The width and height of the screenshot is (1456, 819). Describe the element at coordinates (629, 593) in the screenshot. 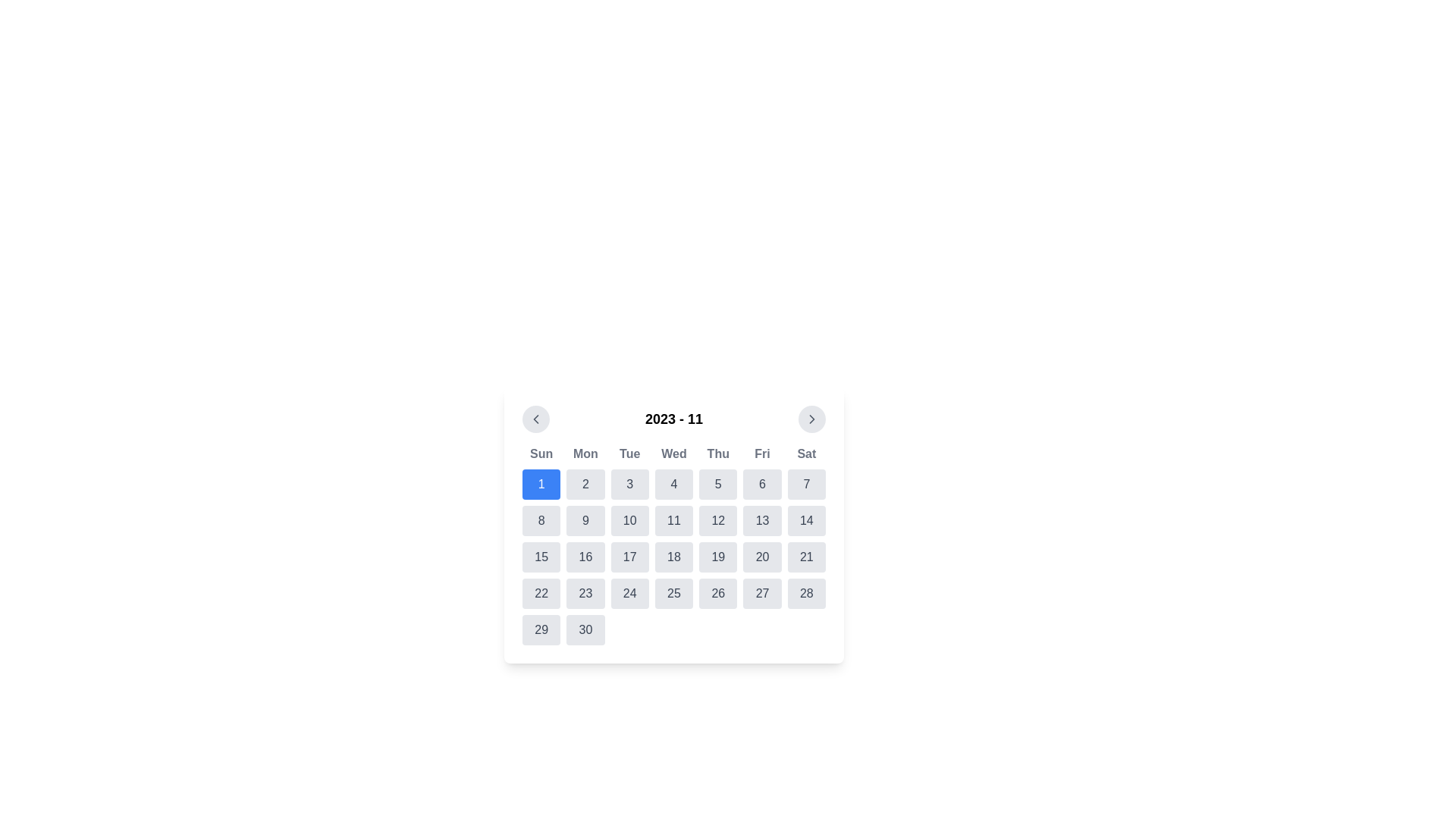

I see `the button representing the 24th day in the calendar interface for November 2023, located in the fourth row and fourth column of the grid` at that location.